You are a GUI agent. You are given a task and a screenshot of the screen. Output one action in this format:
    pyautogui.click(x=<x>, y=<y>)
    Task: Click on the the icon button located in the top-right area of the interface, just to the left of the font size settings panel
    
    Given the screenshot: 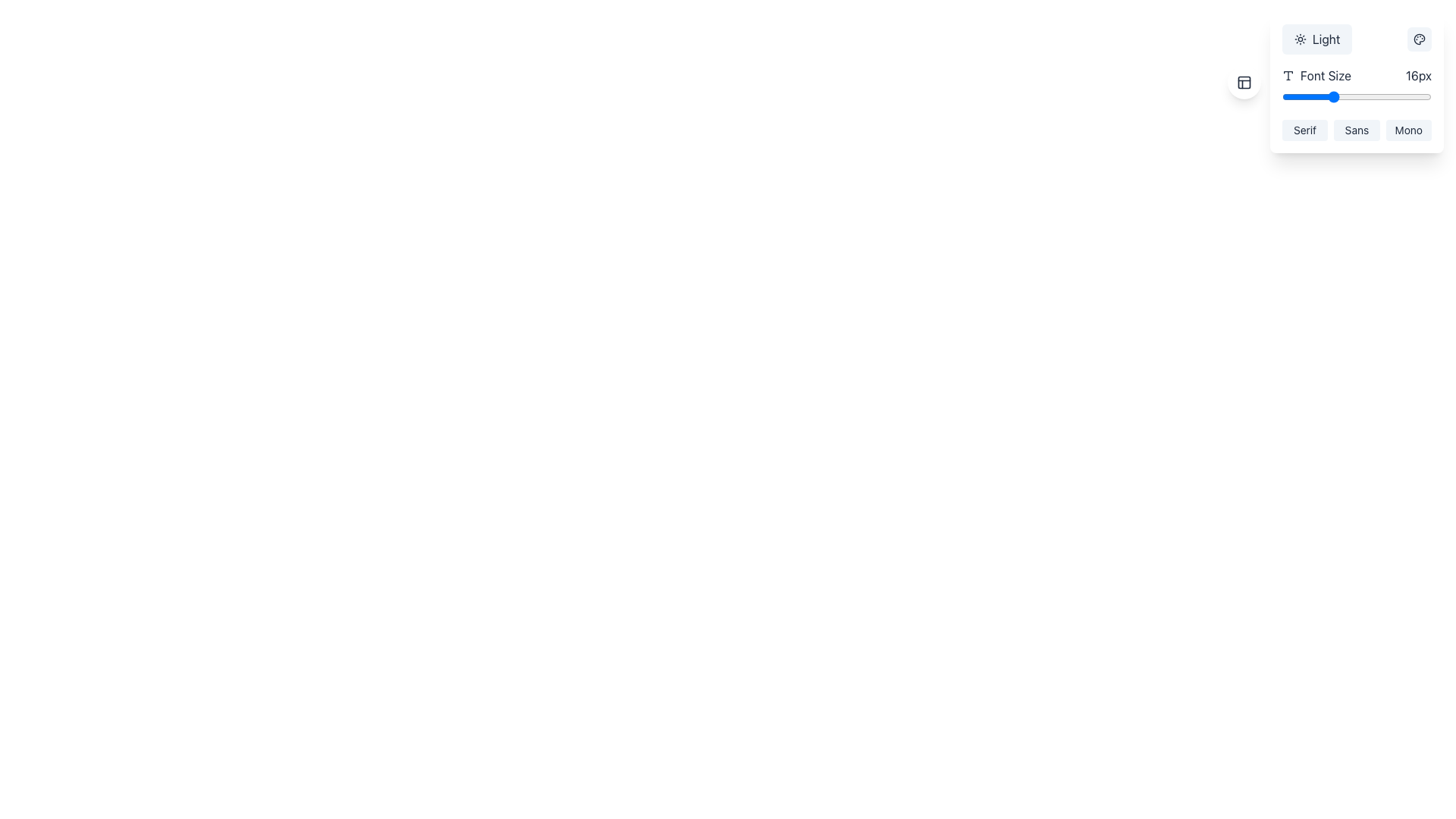 What is the action you would take?
    pyautogui.click(x=1244, y=82)
    